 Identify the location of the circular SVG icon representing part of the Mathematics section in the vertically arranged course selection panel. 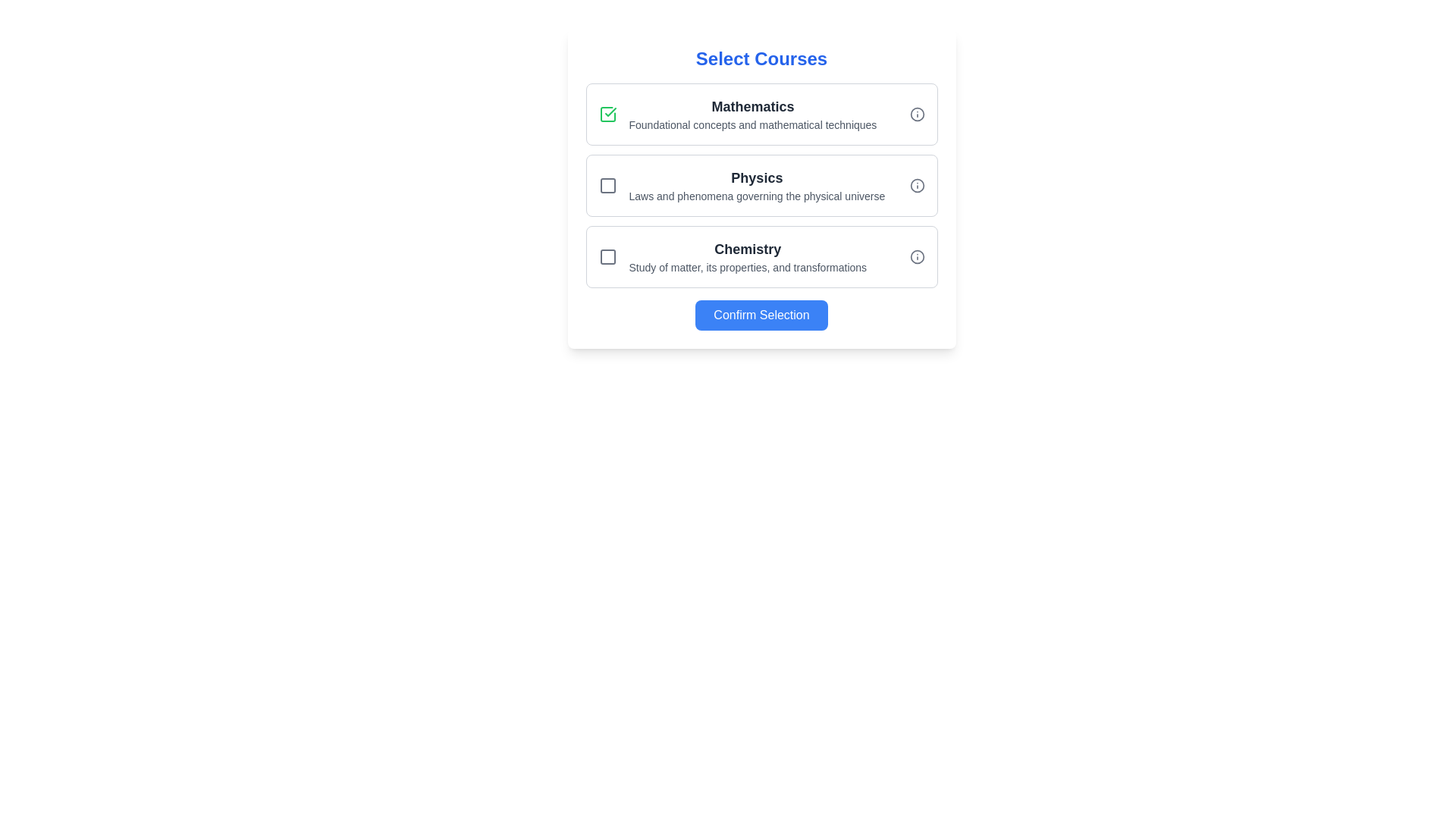
(916, 113).